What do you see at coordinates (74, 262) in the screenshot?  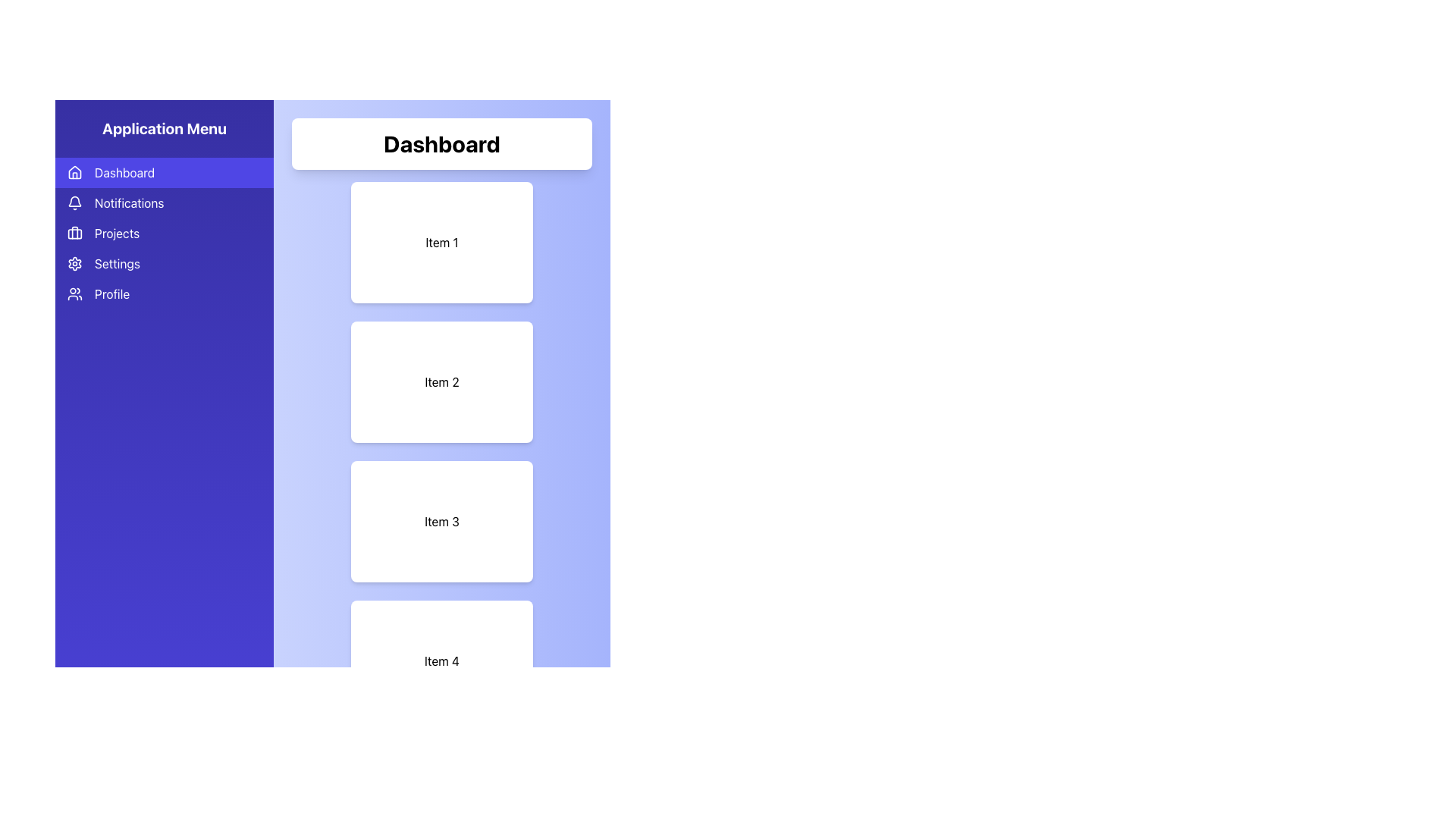 I see `the gear-like icon in the fourth row of the sidebar` at bounding box center [74, 262].